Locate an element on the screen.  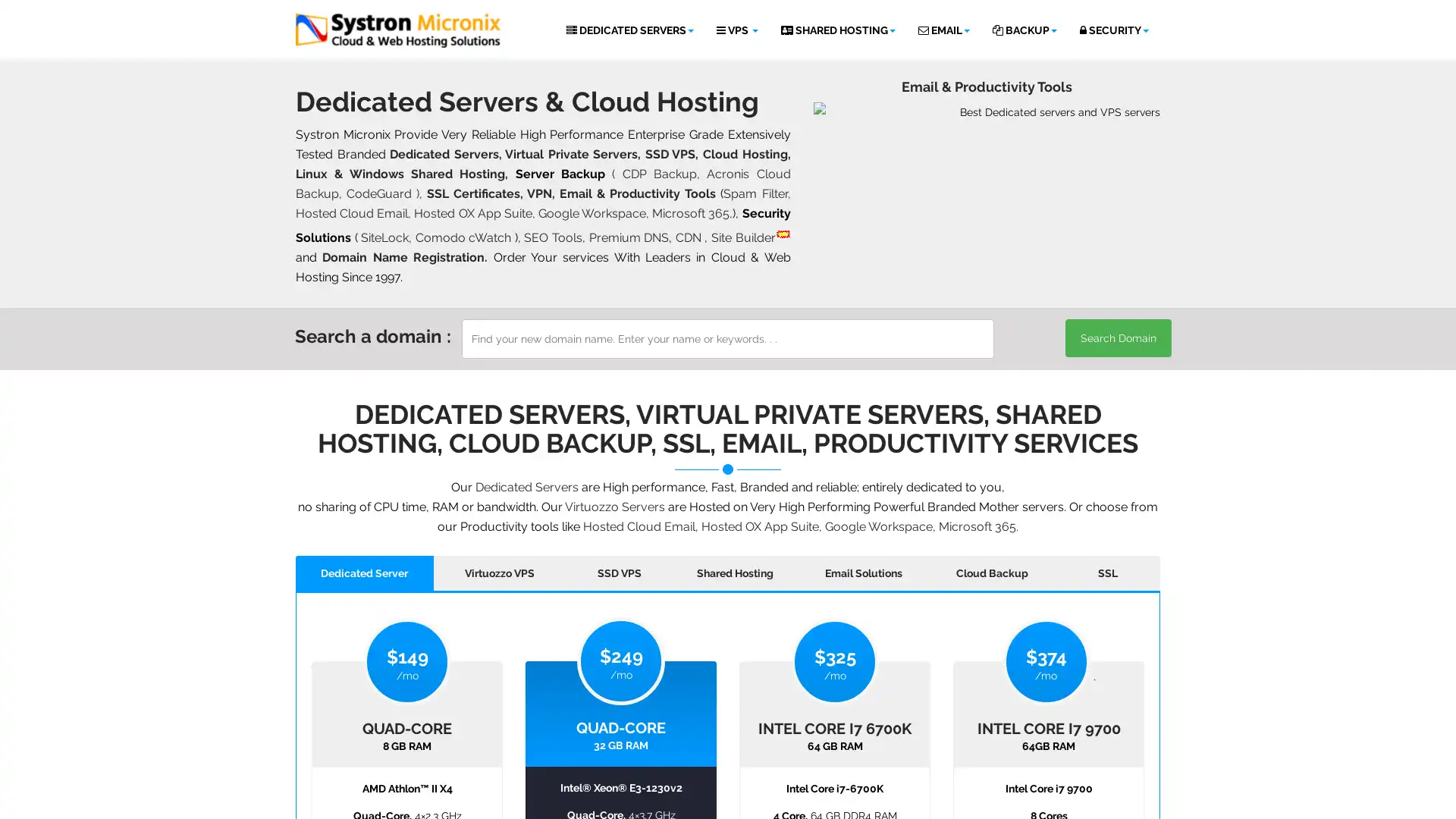
Search Domain is located at coordinates (1118, 336).